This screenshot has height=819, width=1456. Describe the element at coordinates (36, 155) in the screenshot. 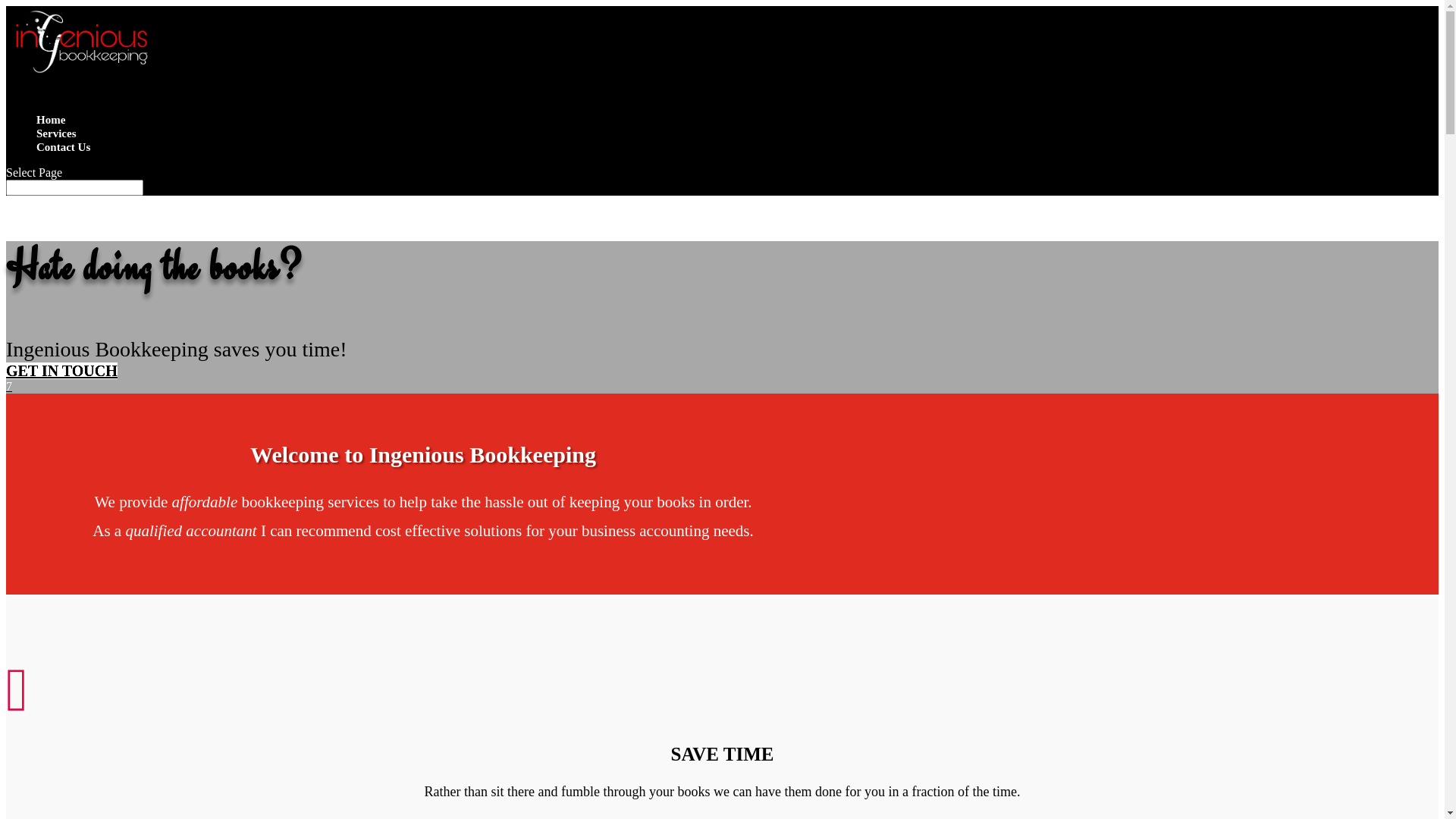

I see `'Contact Us'` at that location.